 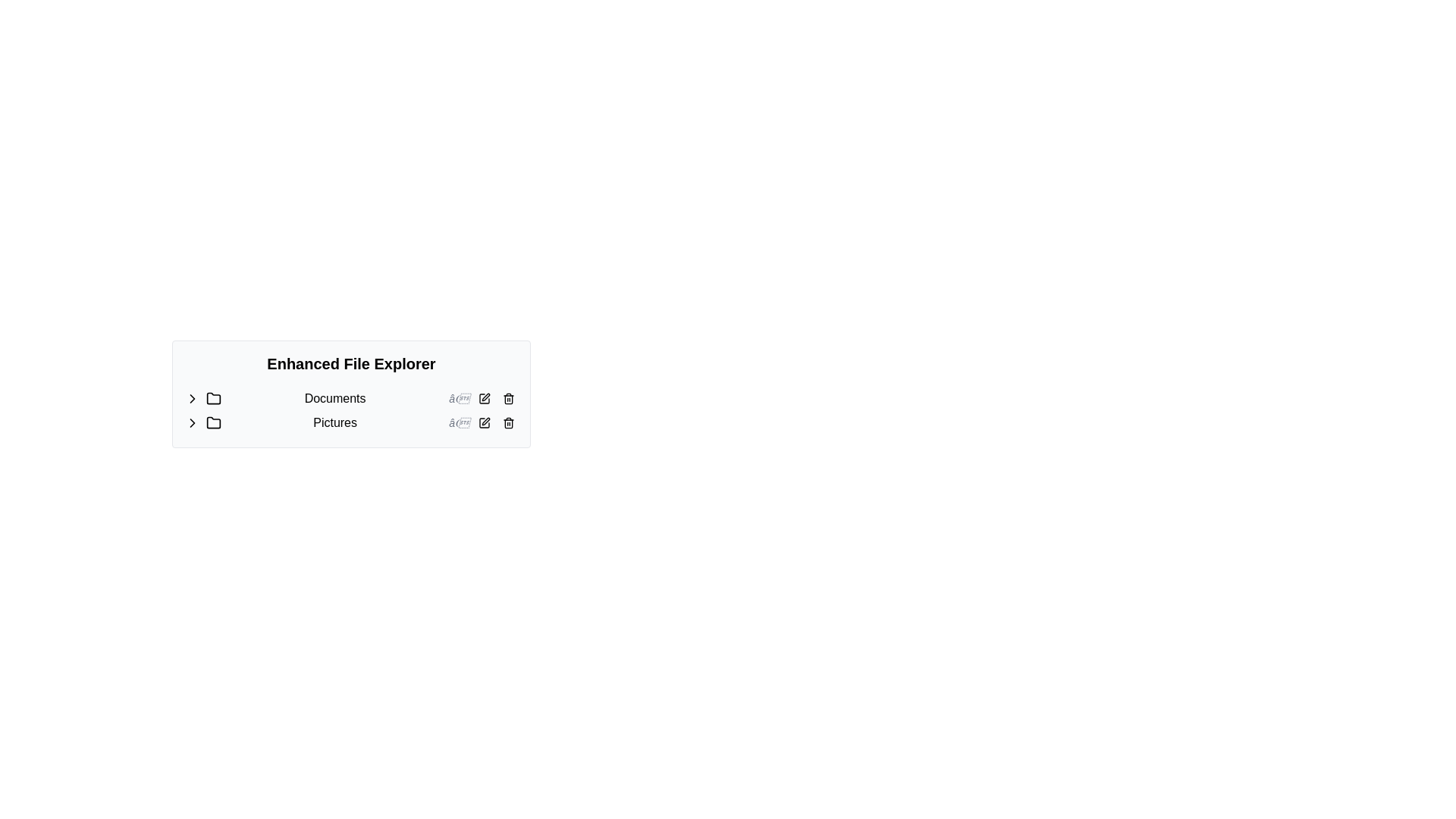 I want to click on the folder icon located next to the 'Documents' label in the file explorer interface to inspect it, so click(x=213, y=397).